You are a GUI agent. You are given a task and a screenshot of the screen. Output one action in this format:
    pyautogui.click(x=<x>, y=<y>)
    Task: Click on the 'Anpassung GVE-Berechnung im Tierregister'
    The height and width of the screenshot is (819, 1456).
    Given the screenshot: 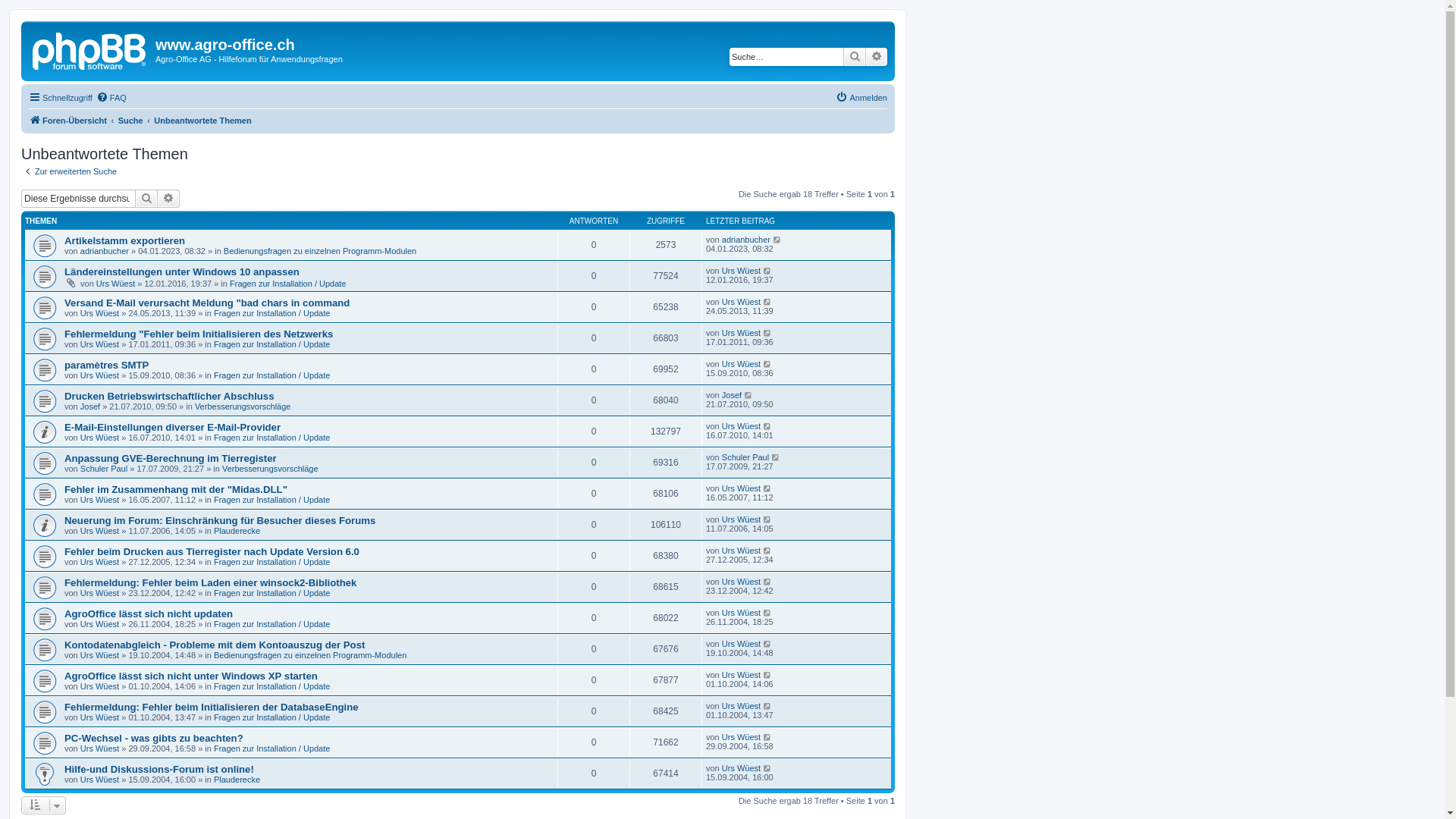 What is the action you would take?
    pyautogui.click(x=171, y=457)
    